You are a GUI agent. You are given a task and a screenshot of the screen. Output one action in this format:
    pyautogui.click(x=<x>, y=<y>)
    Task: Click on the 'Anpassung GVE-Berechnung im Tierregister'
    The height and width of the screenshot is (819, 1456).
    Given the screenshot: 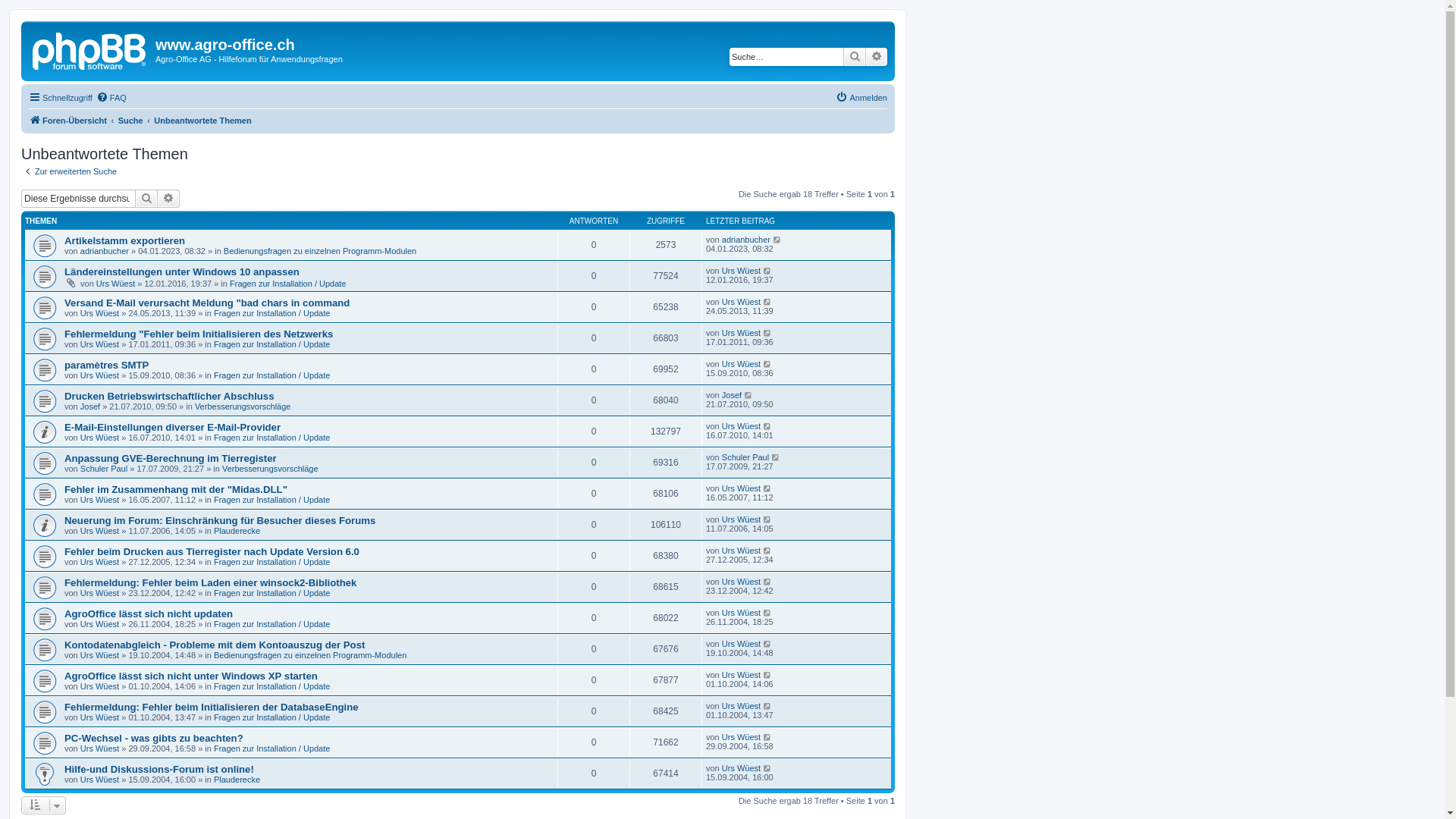 What is the action you would take?
    pyautogui.click(x=171, y=457)
    